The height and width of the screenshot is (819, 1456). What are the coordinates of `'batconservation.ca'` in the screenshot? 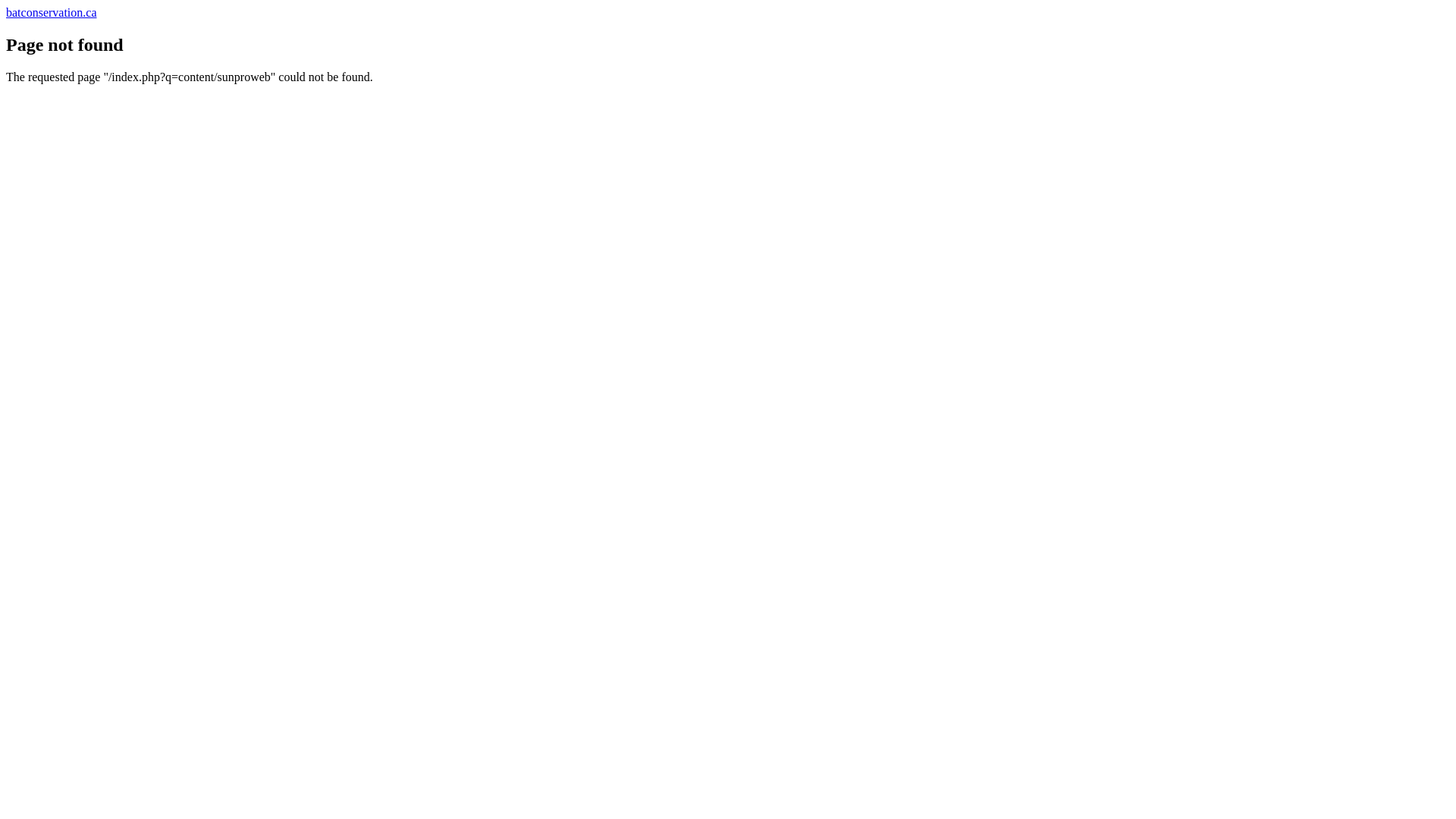 It's located at (51, 12).